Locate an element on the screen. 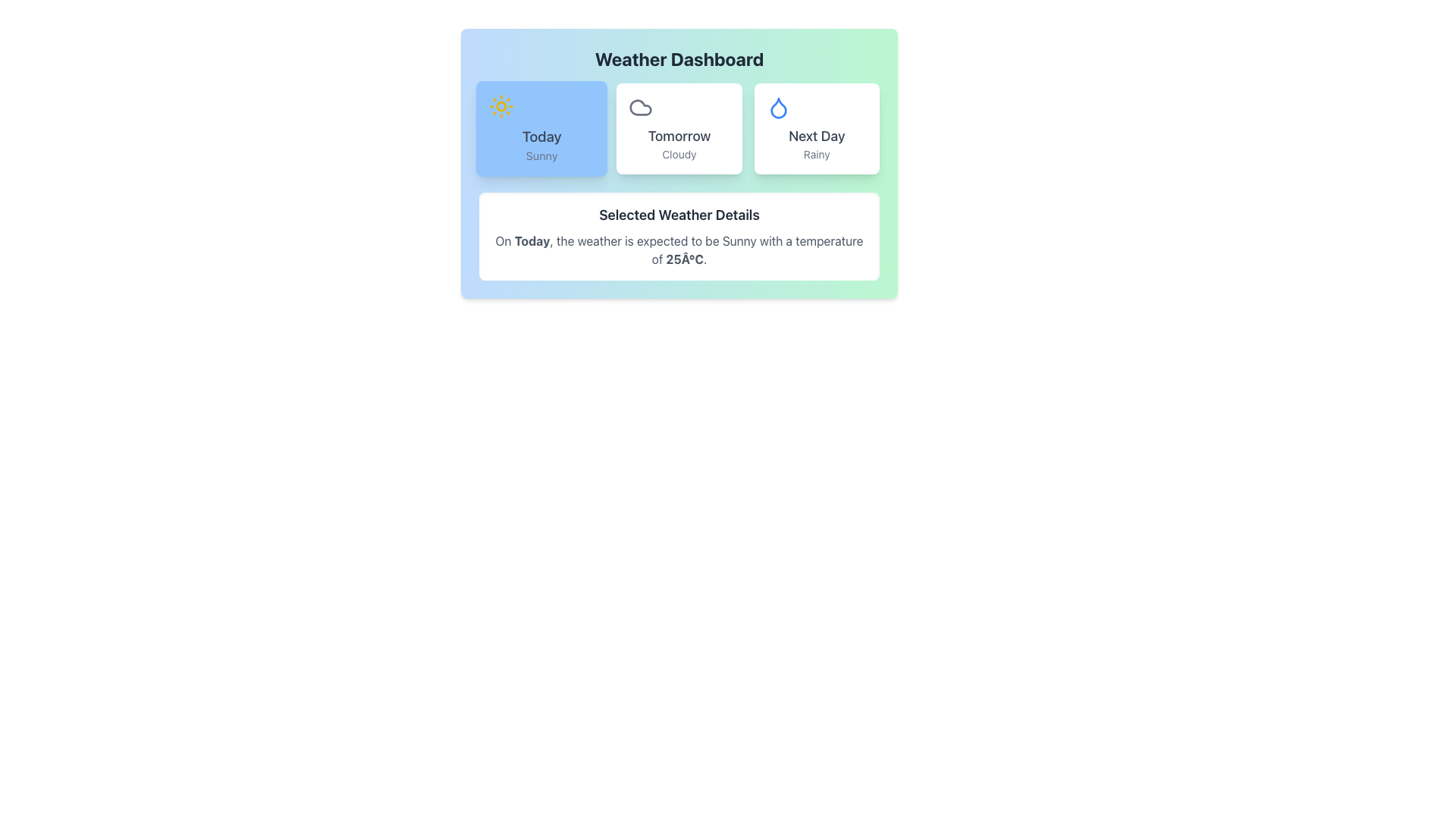 The width and height of the screenshot is (1456, 819). 'Cloudy' text label located at the bottom of the middle card, directly below the 'Tomorrow' text, to read the expected weather condition for tomorrow is located at coordinates (679, 155).